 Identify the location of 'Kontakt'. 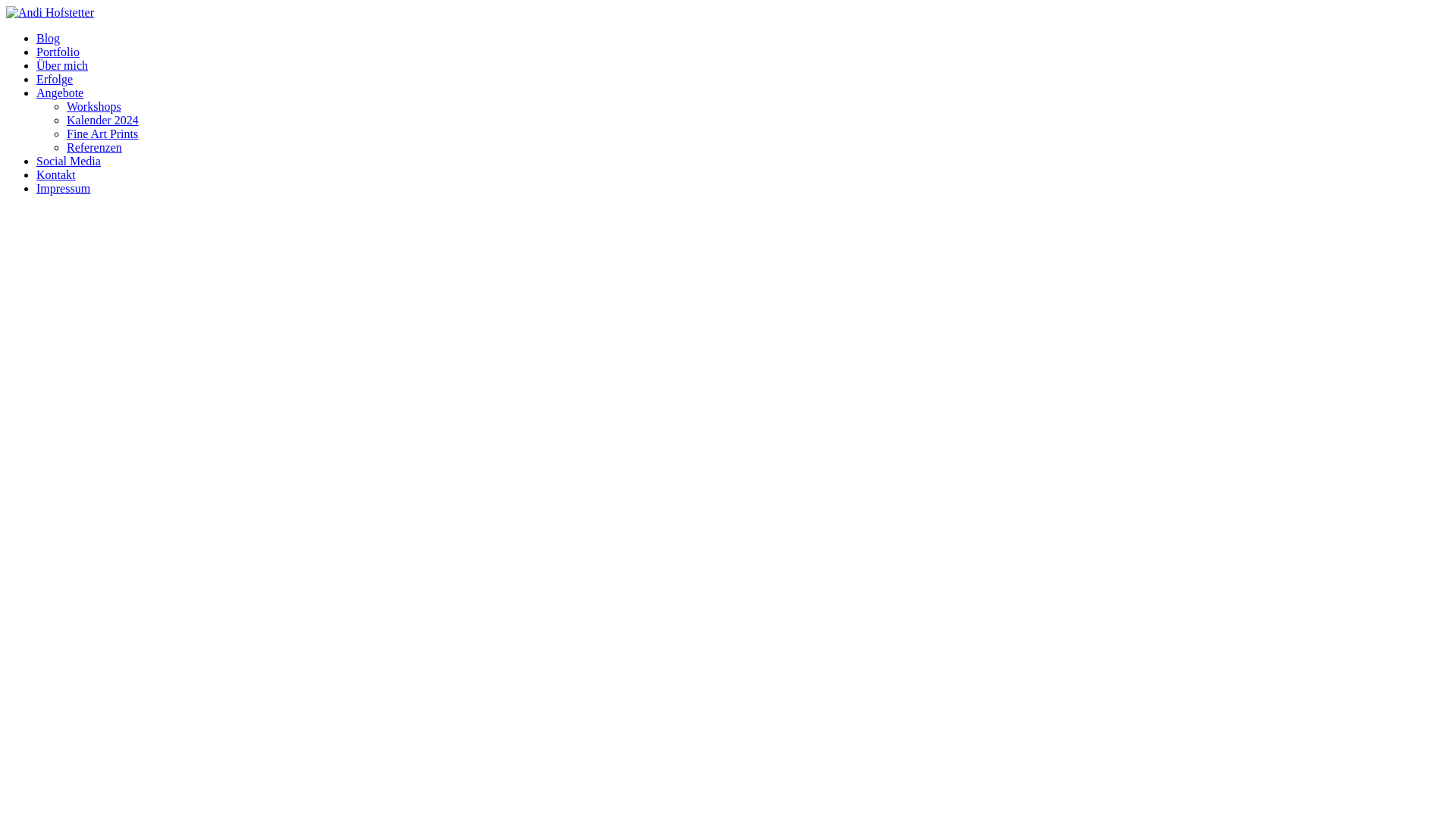
(55, 174).